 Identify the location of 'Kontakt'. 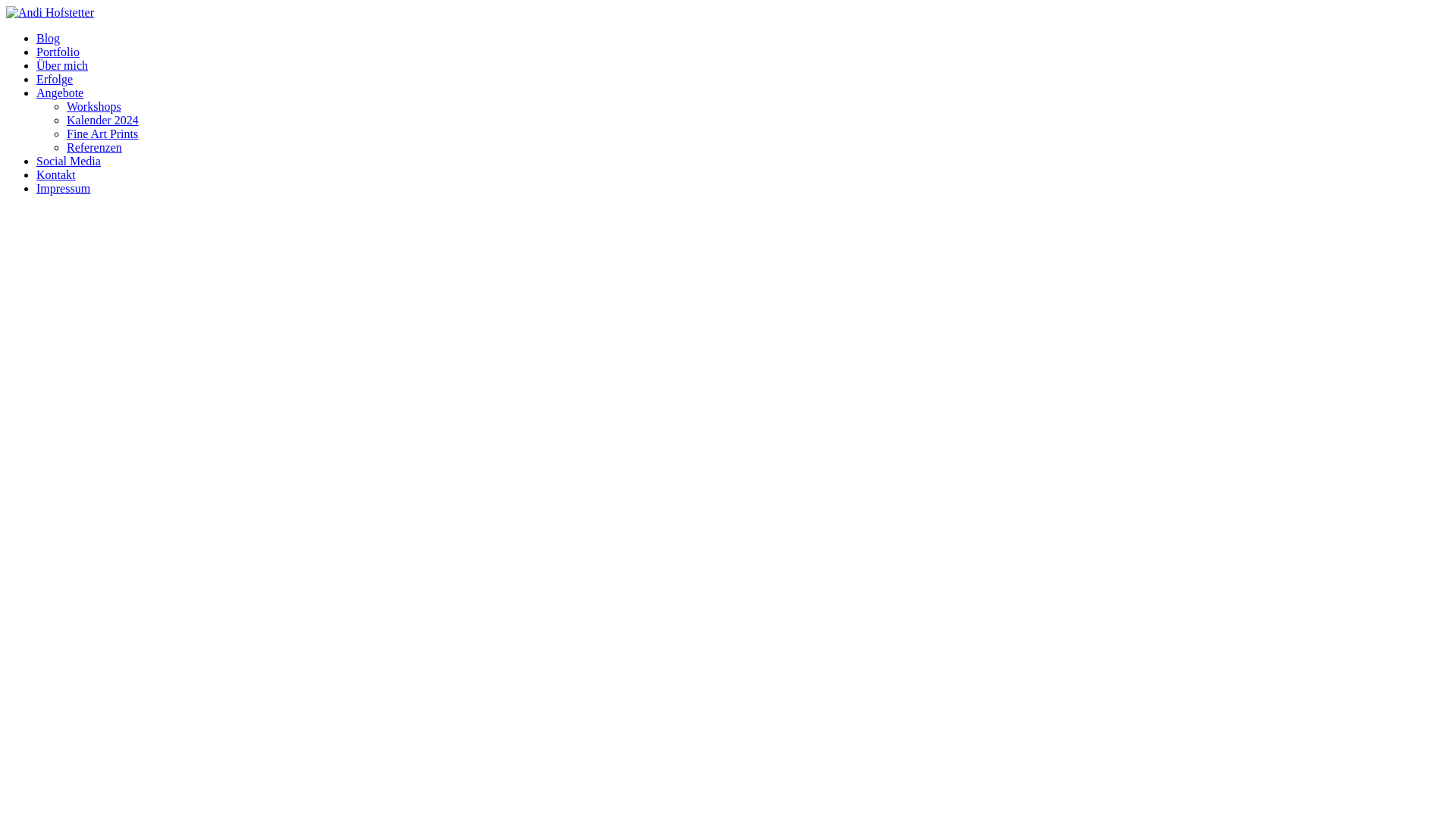
(55, 174).